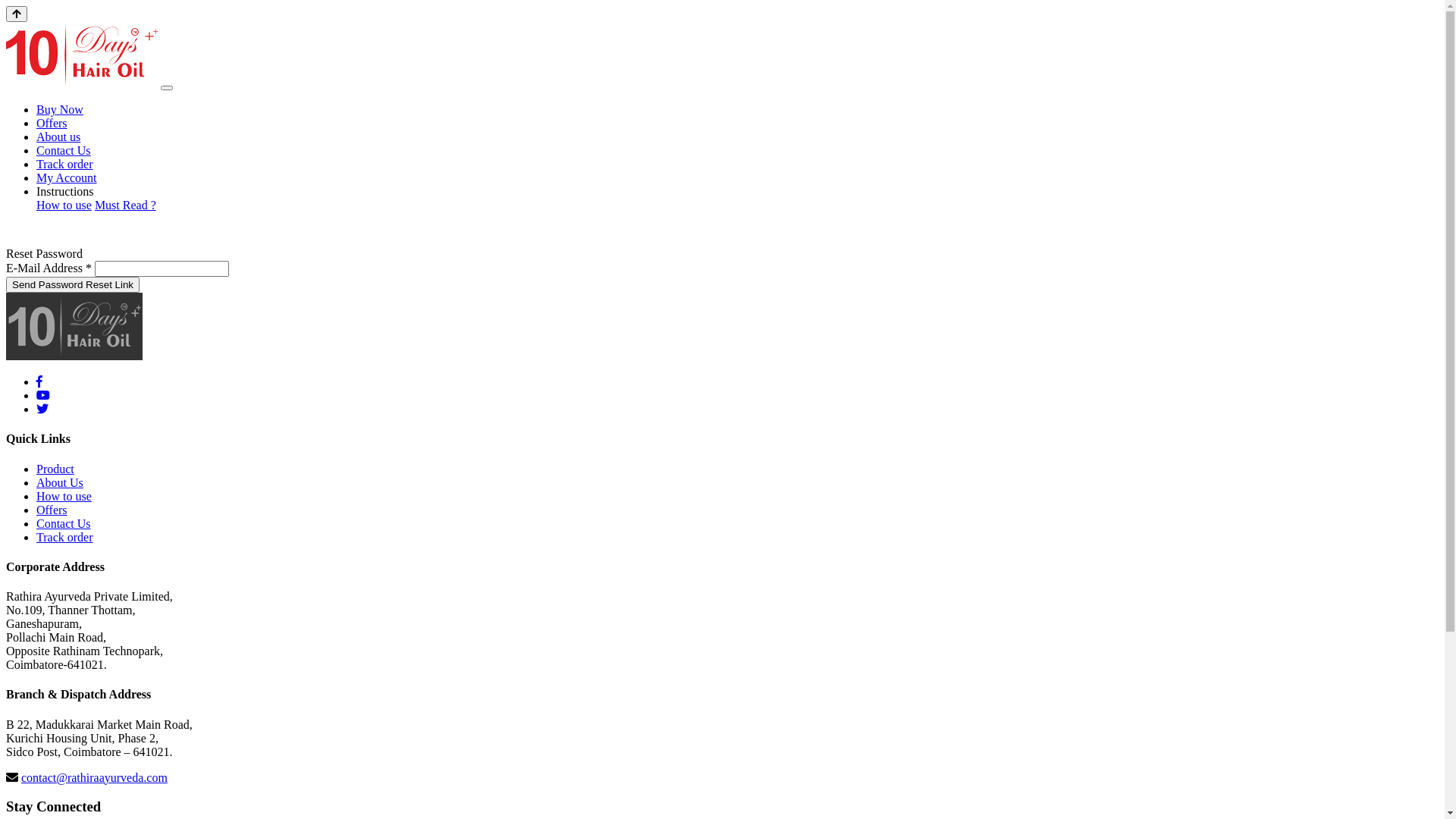 This screenshot has width=1456, height=819. What do you see at coordinates (59, 108) in the screenshot?
I see `'Buy Now` at bounding box center [59, 108].